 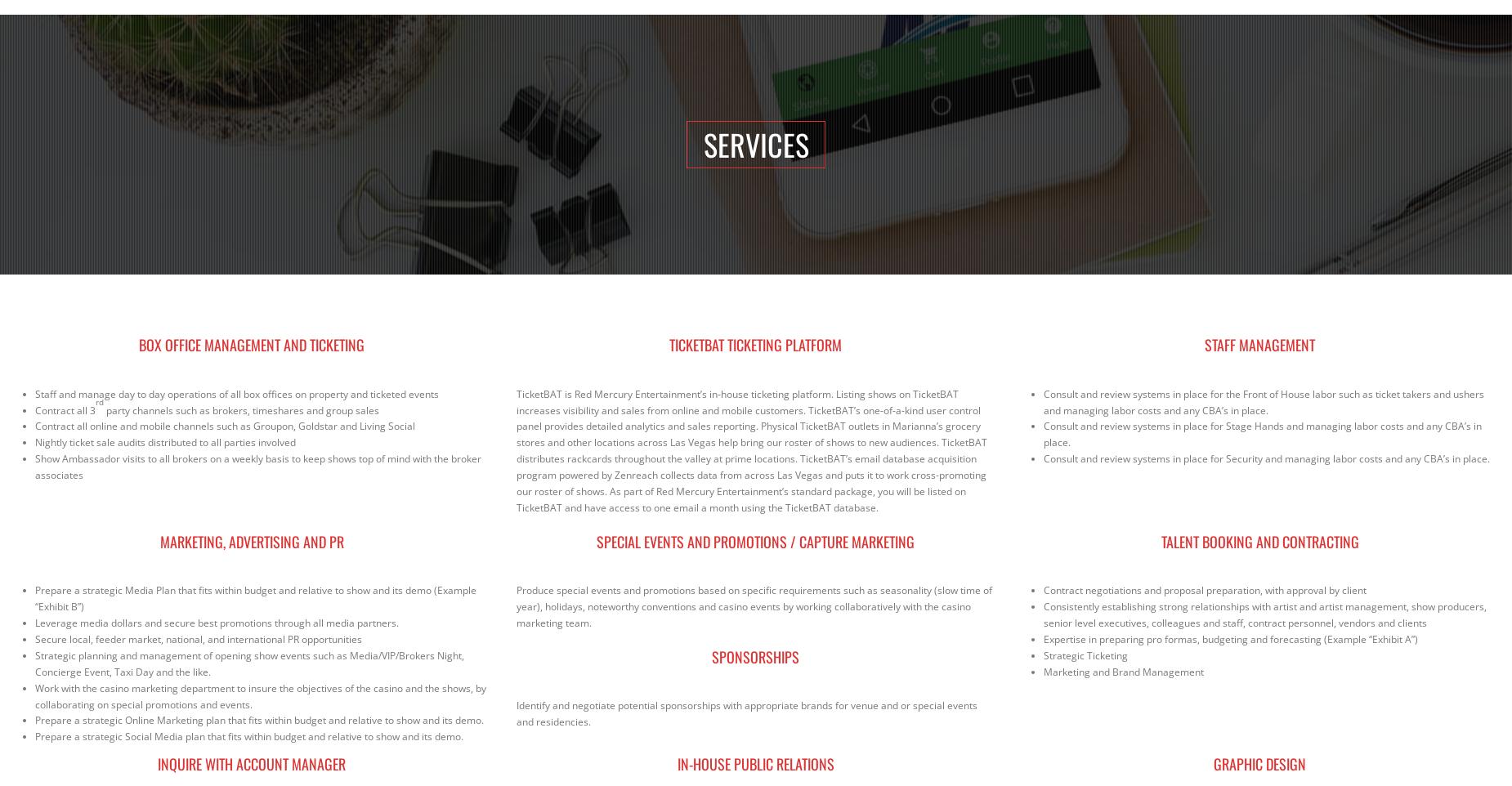 What do you see at coordinates (248, 735) in the screenshot?
I see `'Prepare a strategic Social Media plan that fits within budget and relative to show and its demo.'` at bounding box center [248, 735].